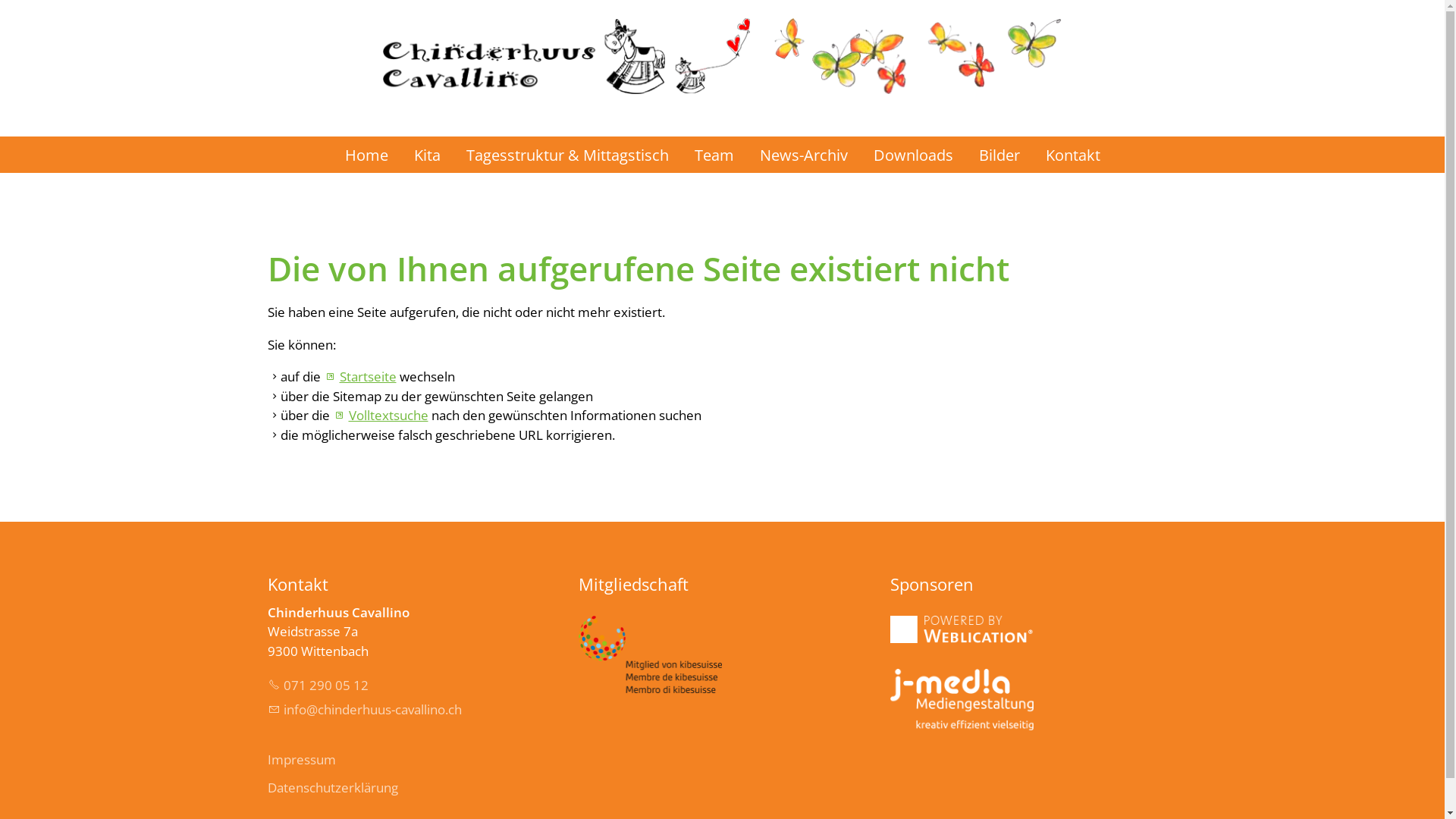 This screenshot has width=1456, height=819. I want to click on 'Zur Startseite', so click(720, 45).